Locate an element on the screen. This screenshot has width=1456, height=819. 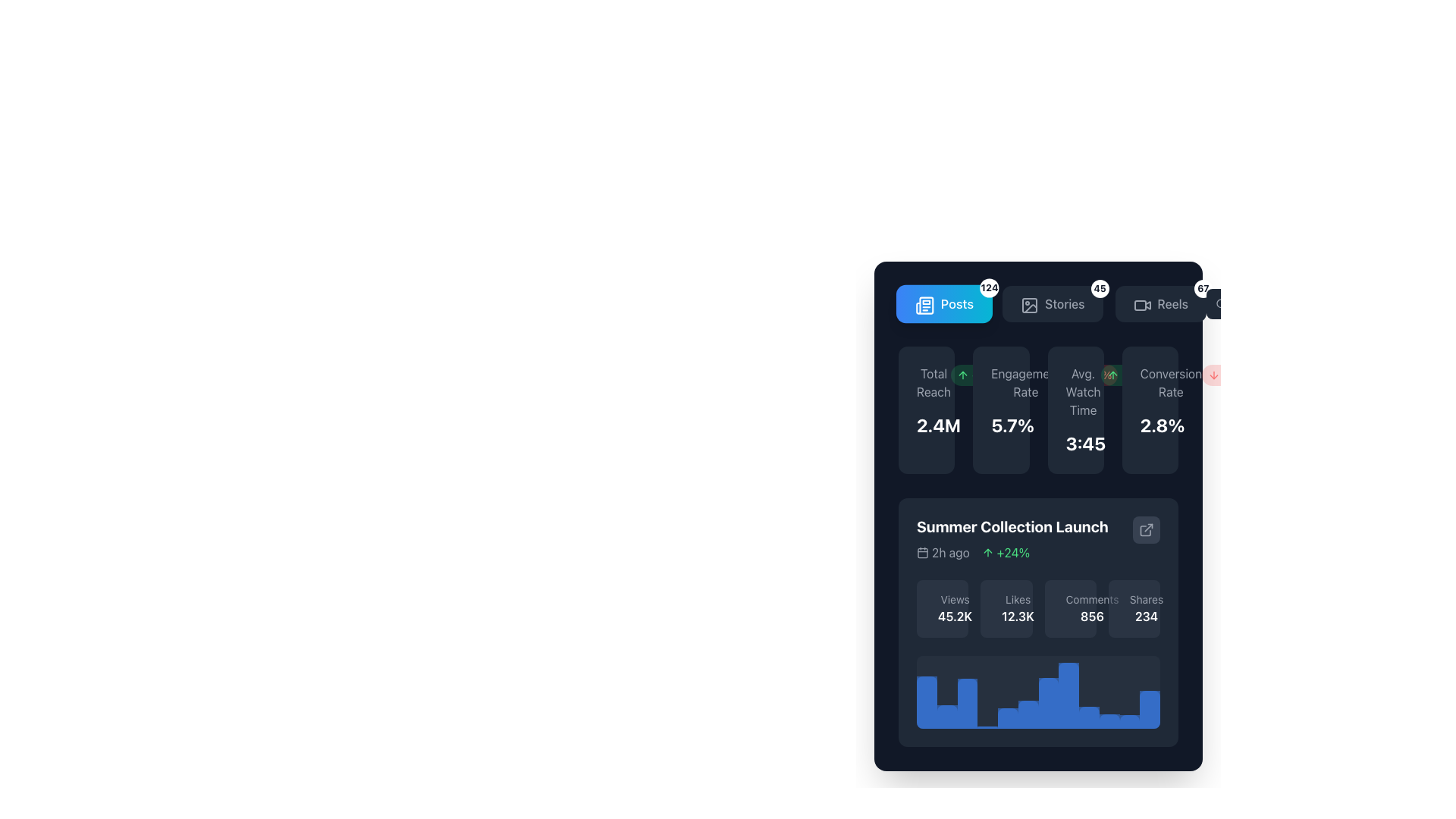
the percentage value of the Indicator showing a decrease in engagement rate, located to the right of the 'Engagement Rate' label in the top-right section of the card interface is located at coordinates (1088, 375).